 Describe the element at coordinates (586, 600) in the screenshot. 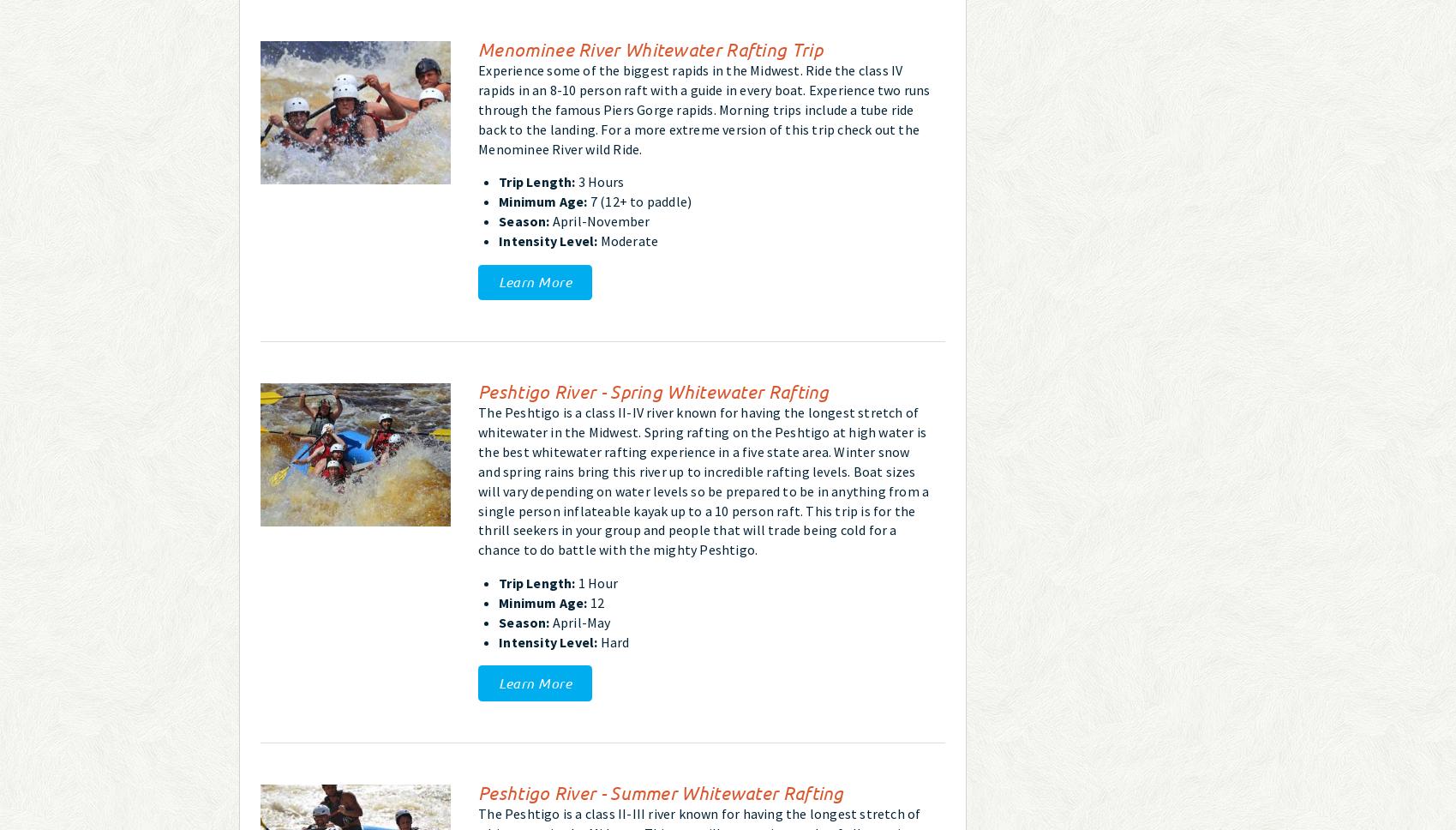

I see `'12'` at that location.